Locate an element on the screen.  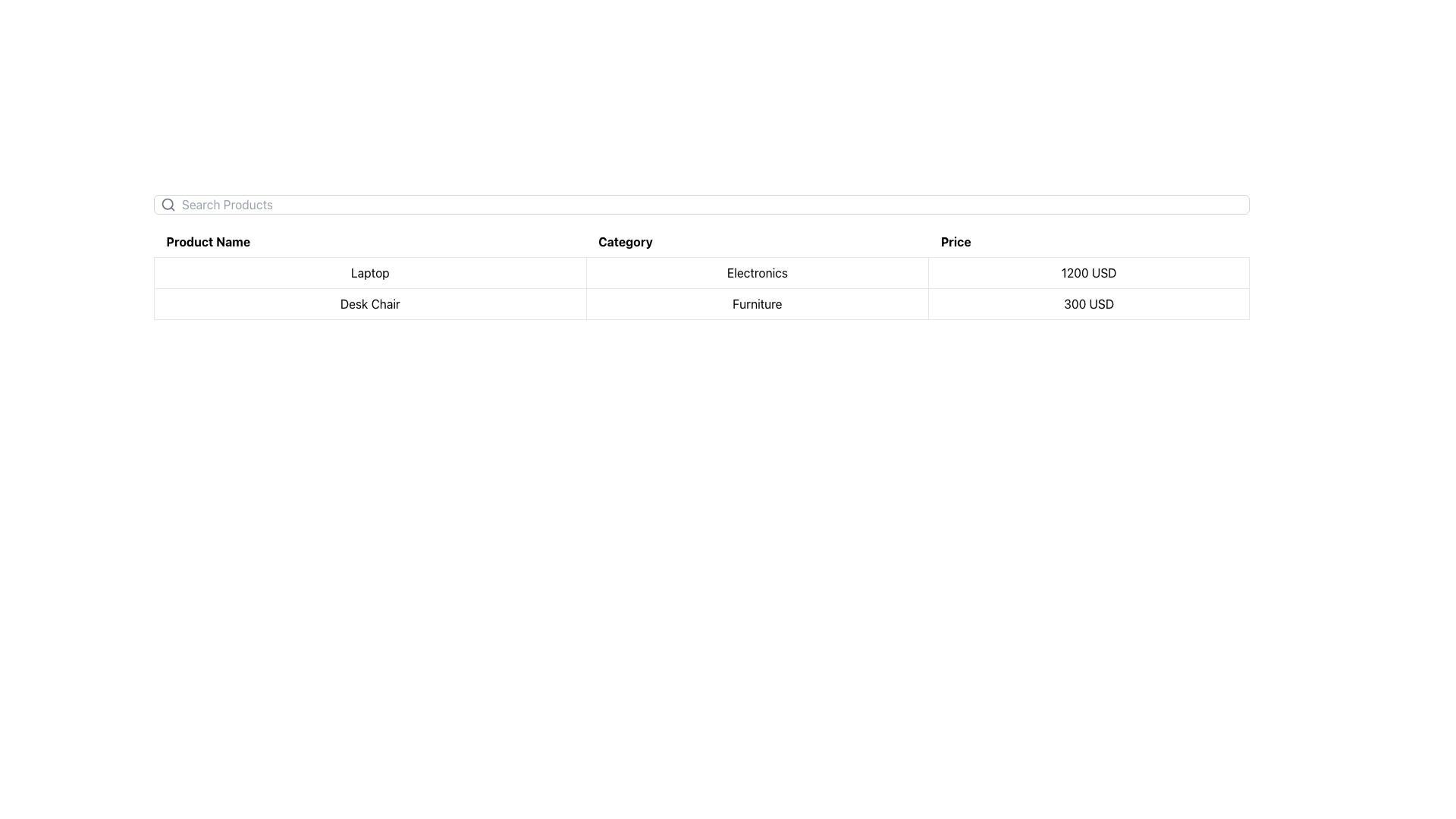
the SVG Circle element that is part of the search lens icon located in the upper-left part of the interface is located at coordinates (168, 203).